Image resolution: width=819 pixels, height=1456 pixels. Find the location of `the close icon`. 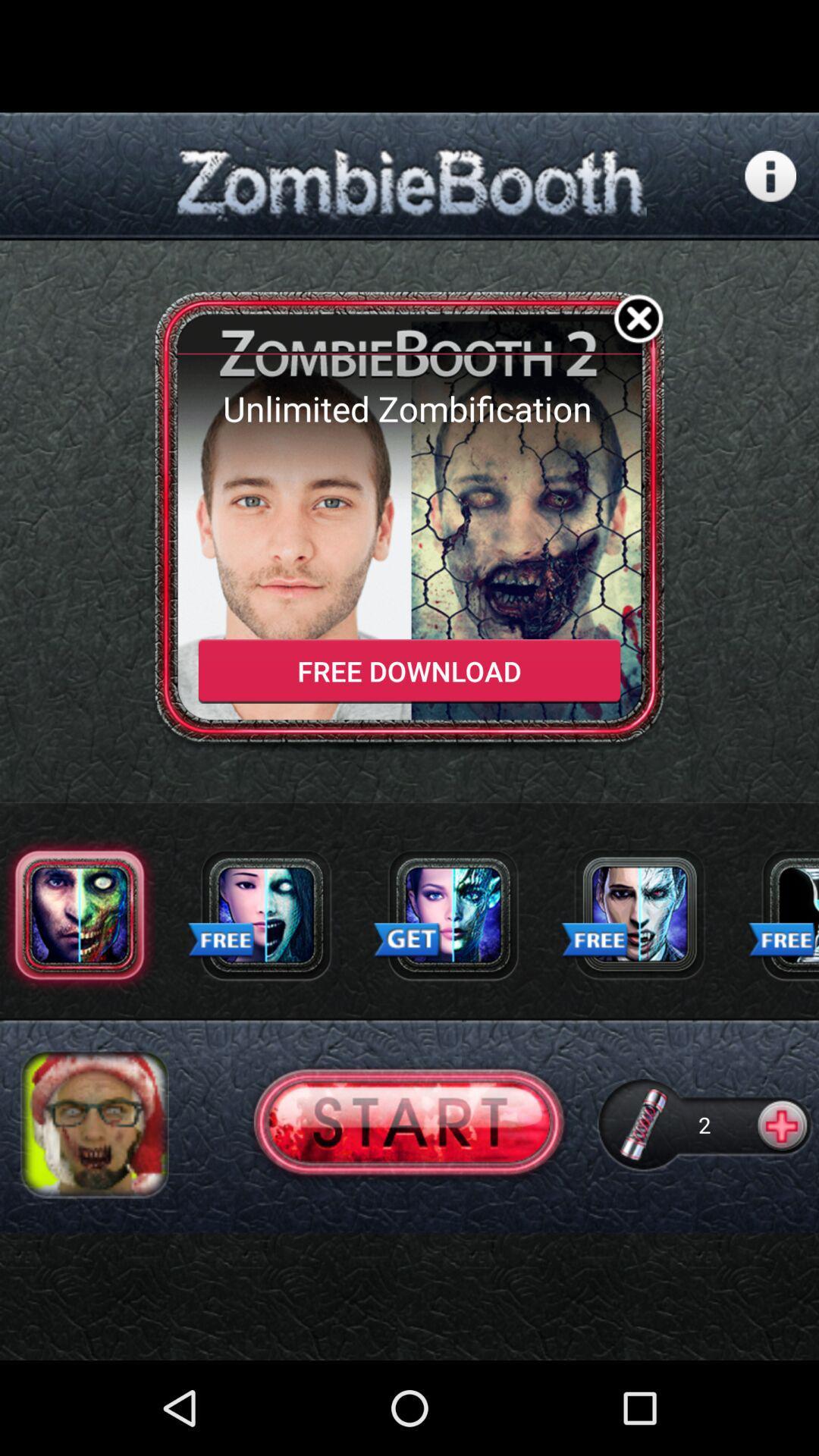

the close icon is located at coordinates (639, 344).